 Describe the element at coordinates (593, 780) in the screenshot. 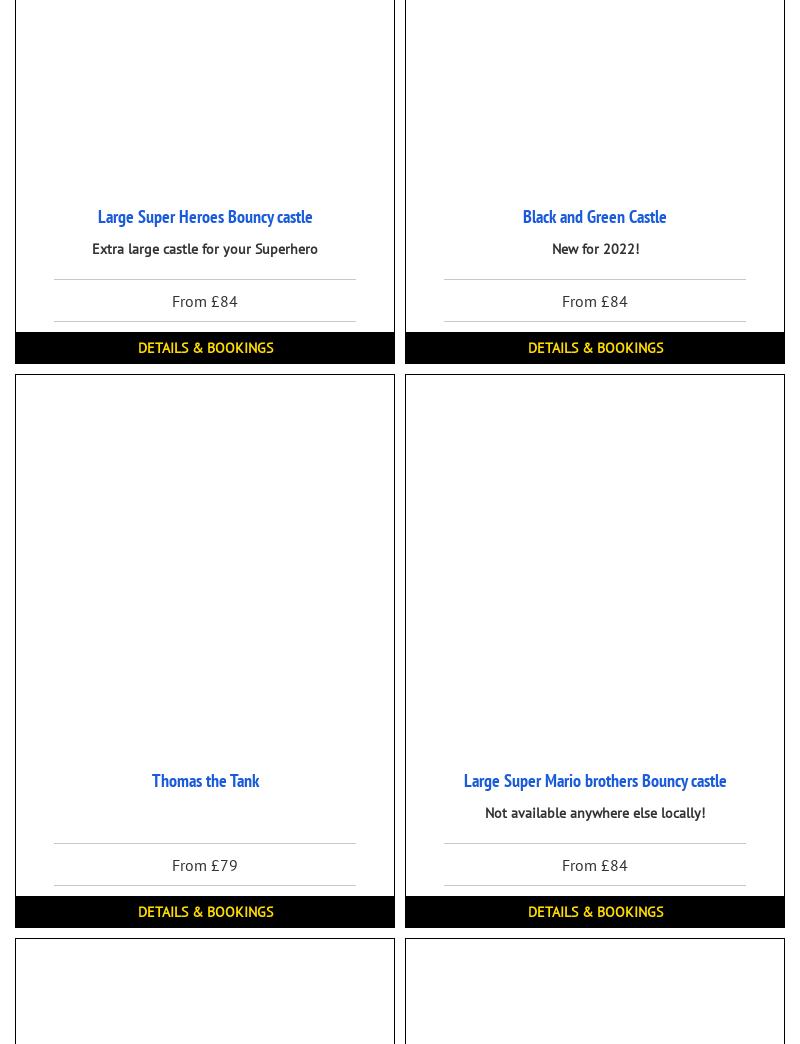

I see `'Large Super Mario brothers Bouncy castle'` at that location.